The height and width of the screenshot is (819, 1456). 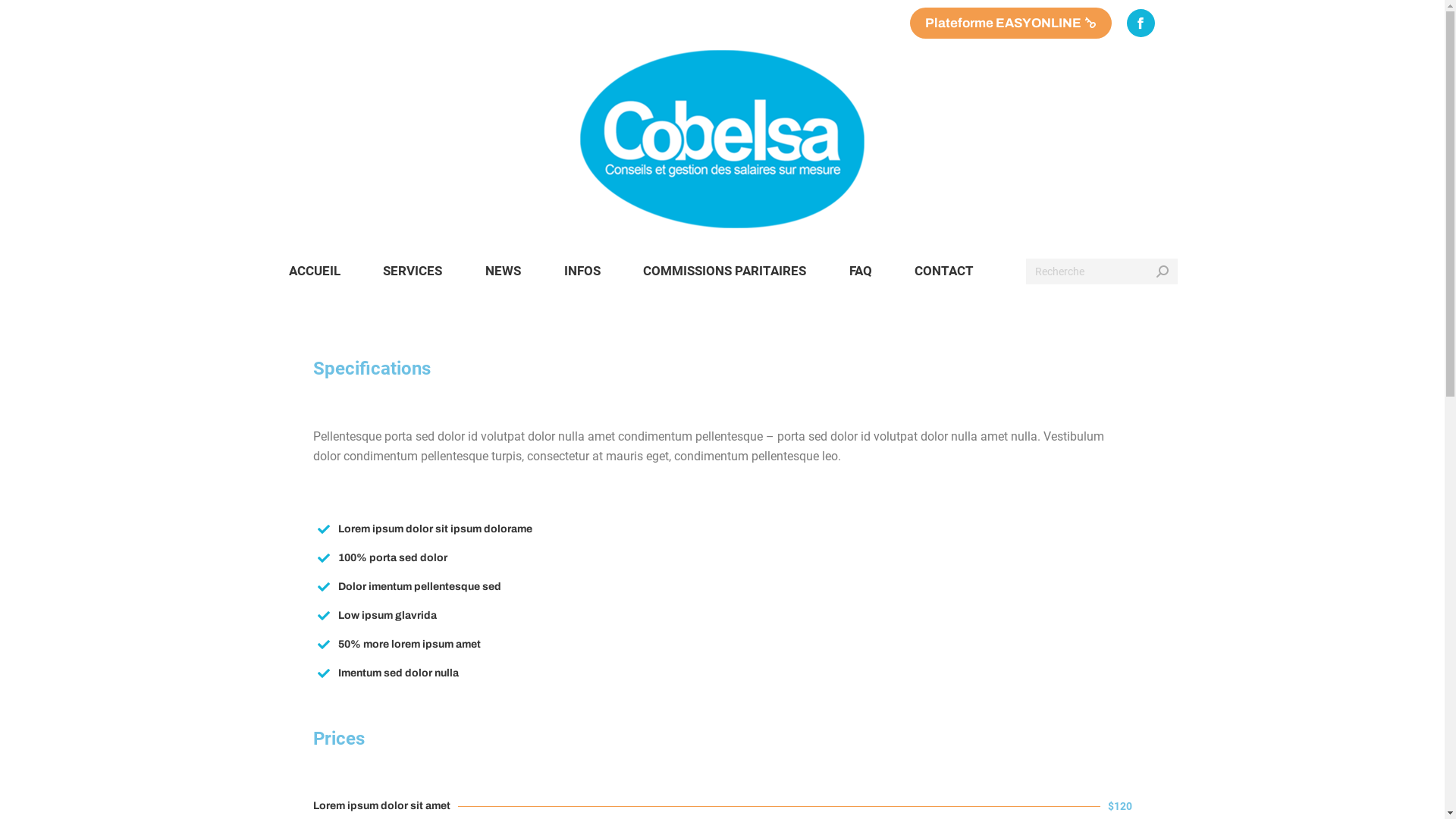 I want to click on 'INFOS', so click(x=581, y=270).